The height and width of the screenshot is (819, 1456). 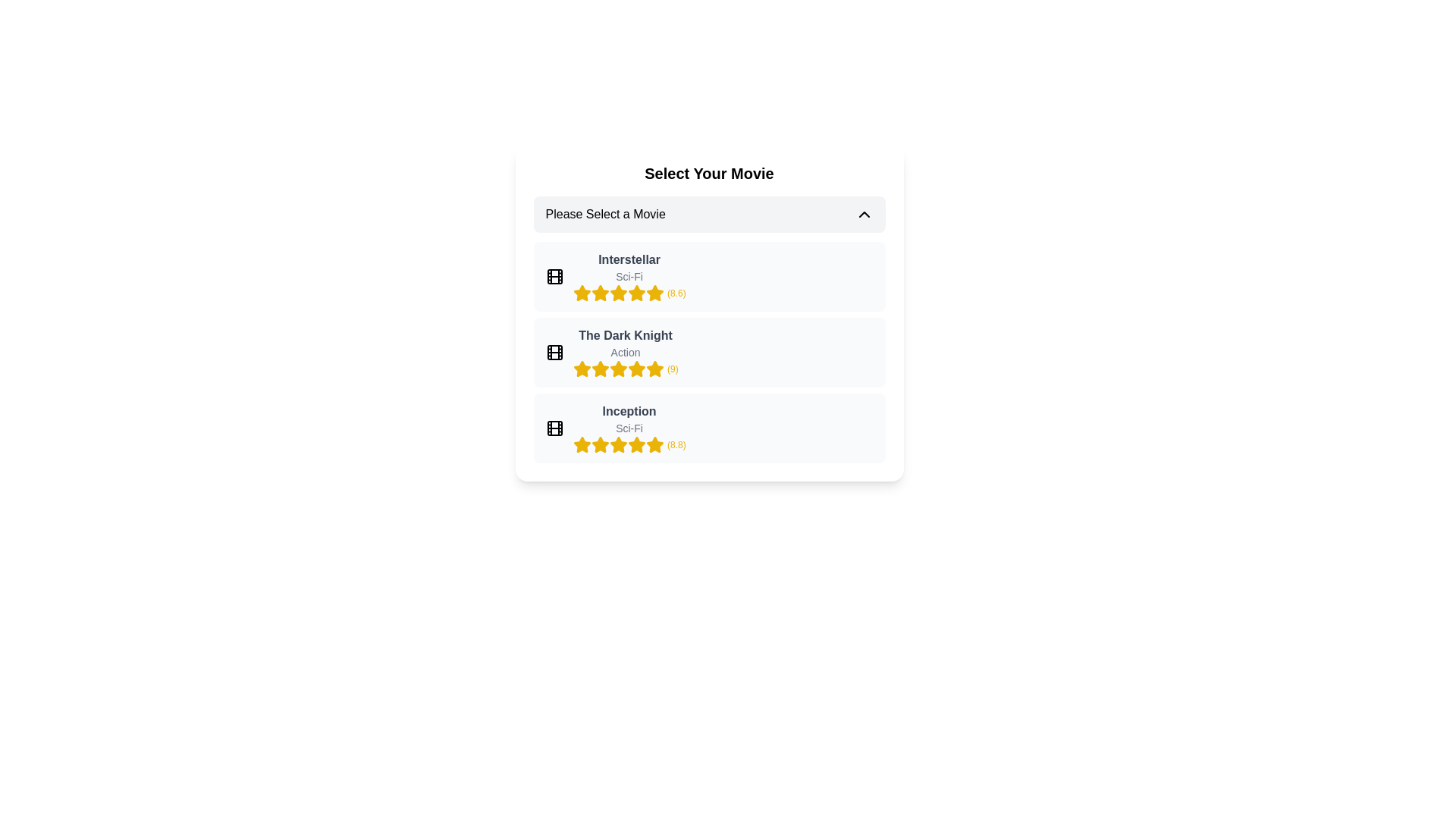 I want to click on the rectangular shape with rounded corners located at the top-left corner of the movie icon in the second row of a list of movies, so click(x=554, y=353).